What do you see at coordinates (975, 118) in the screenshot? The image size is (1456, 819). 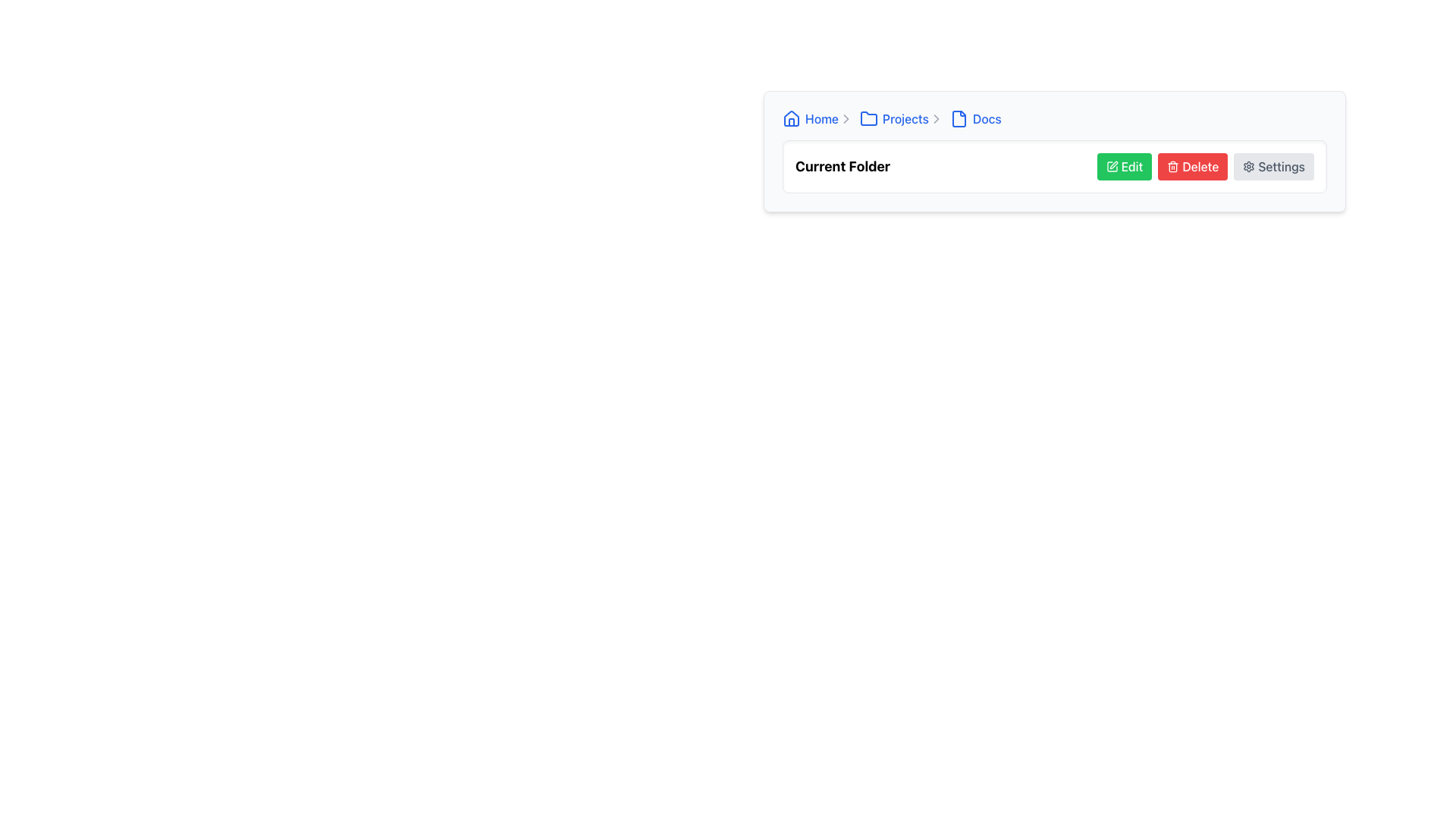 I see `the blue link labeled 'Docs' in the breadcrumb navigation bar` at bounding box center [975, 118].